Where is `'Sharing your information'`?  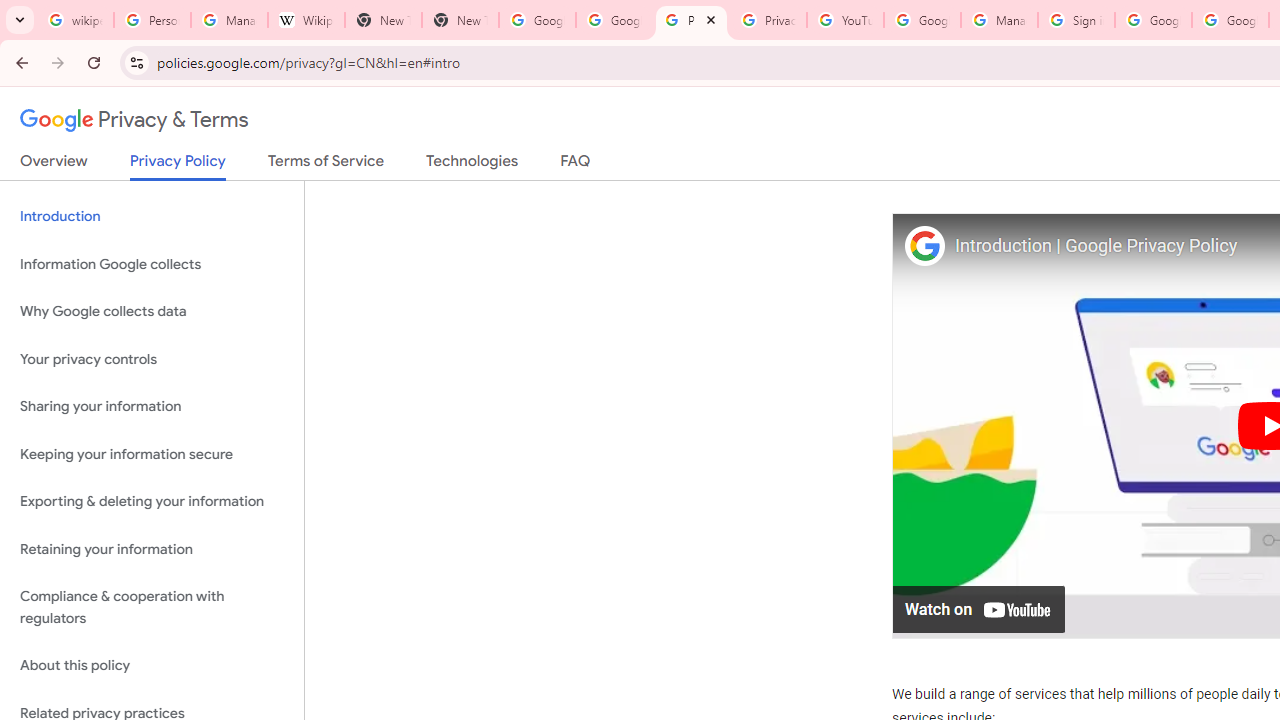 'Sharing your information' is located at coordinates (151, 406).